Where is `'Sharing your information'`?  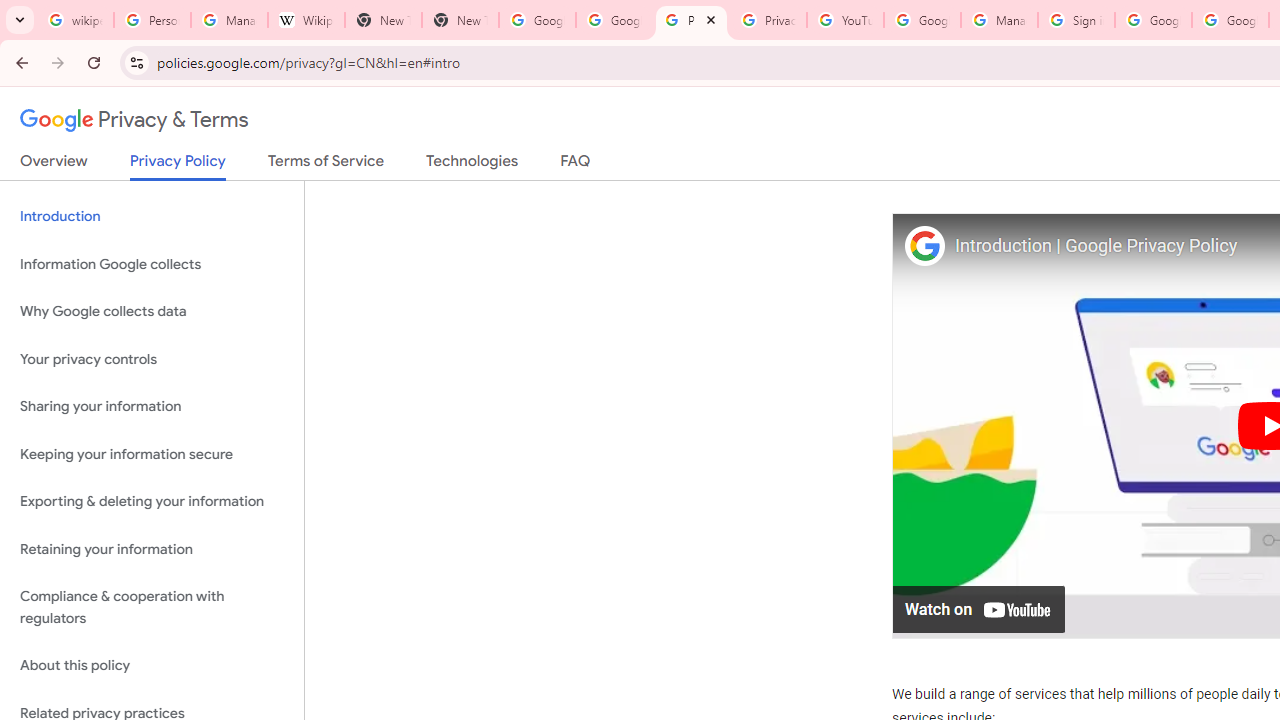 'Sharing your information' is located at coordinates (151, 406).